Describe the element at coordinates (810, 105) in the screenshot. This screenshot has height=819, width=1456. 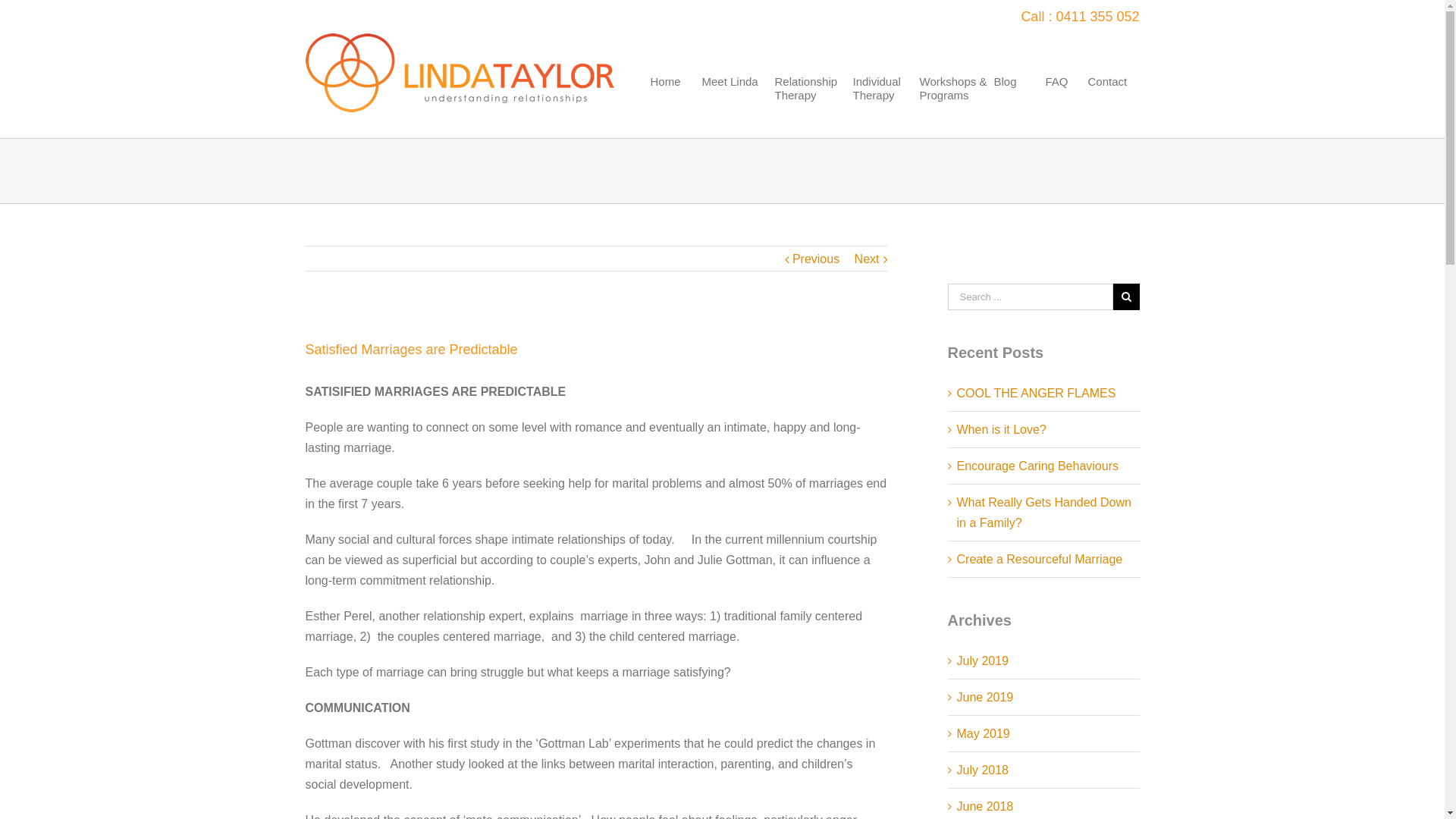
I see `'Relationship Therapy'` at that location.